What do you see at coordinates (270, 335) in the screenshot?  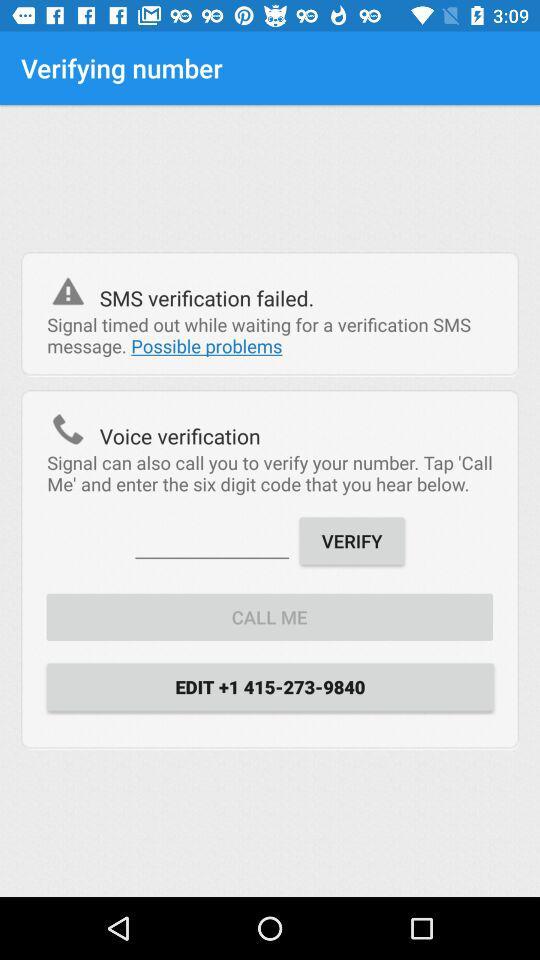 I see `signal timed out icon` at bounding box center [270, 335].